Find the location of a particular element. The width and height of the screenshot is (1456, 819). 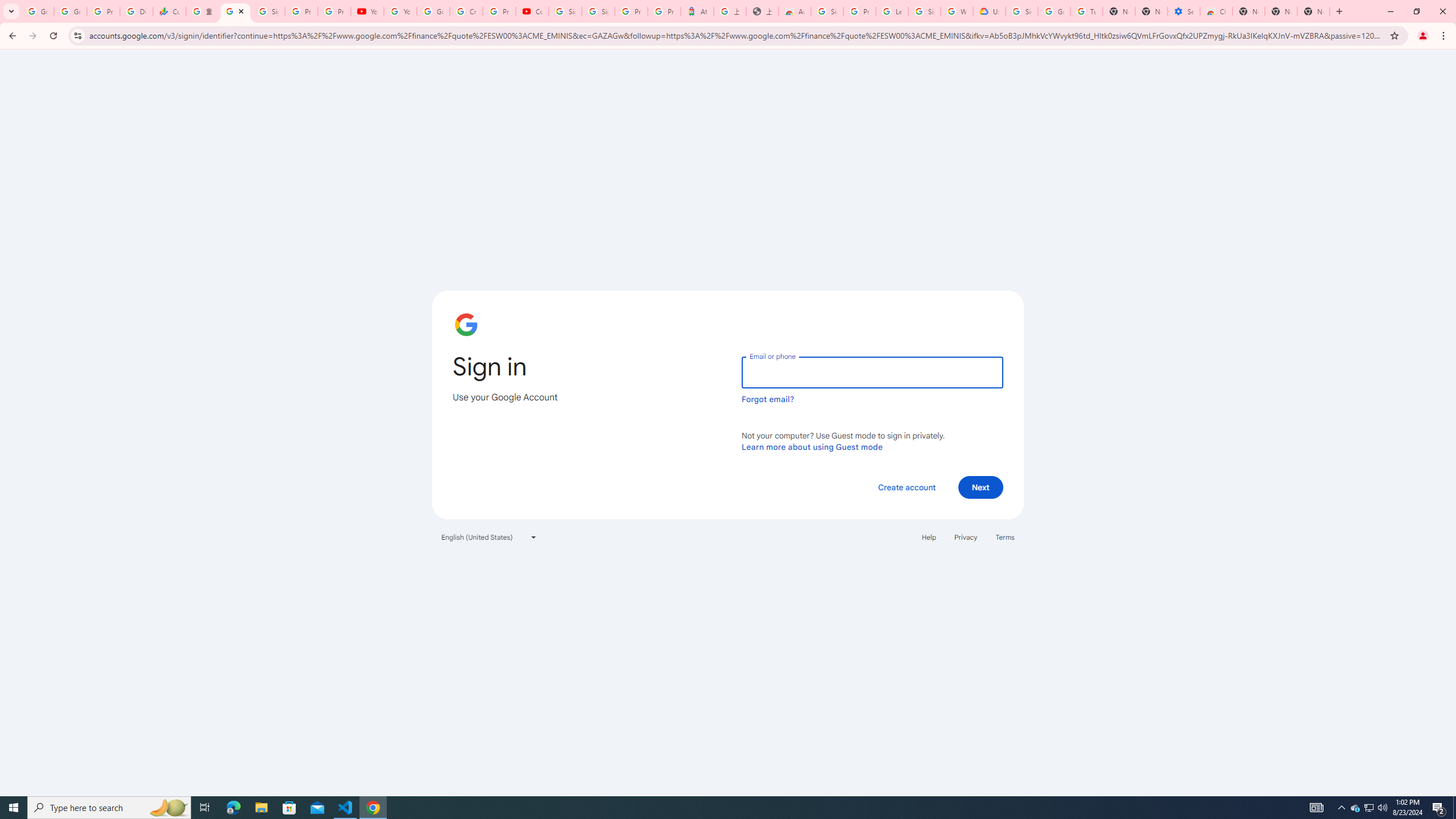

'English (United States)' is located at coordinates (489, 536).